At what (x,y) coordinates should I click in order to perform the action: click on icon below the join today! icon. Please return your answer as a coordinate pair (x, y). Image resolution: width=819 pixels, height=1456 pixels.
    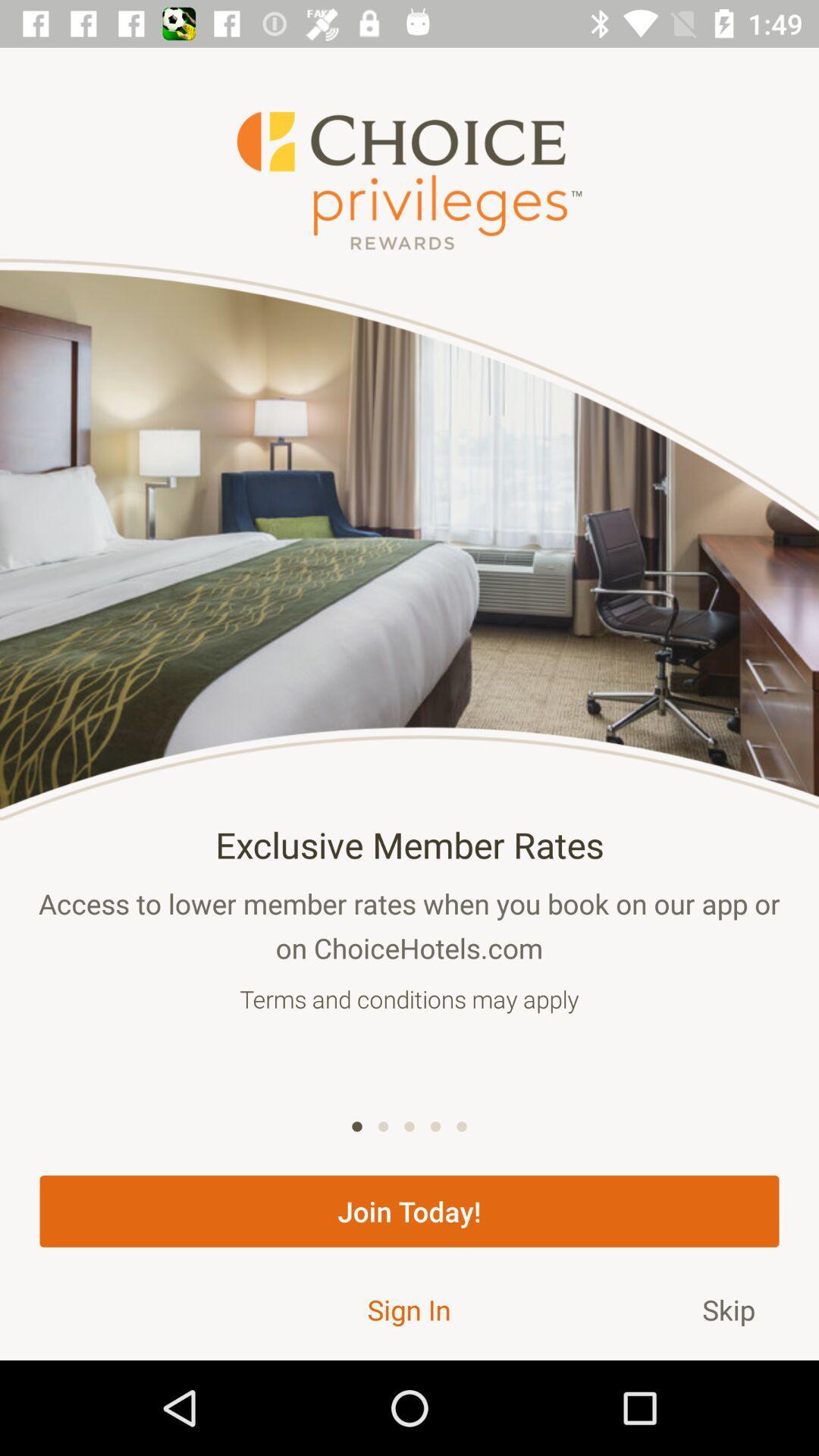
    Looking at the image, I should click on (408, 1309).